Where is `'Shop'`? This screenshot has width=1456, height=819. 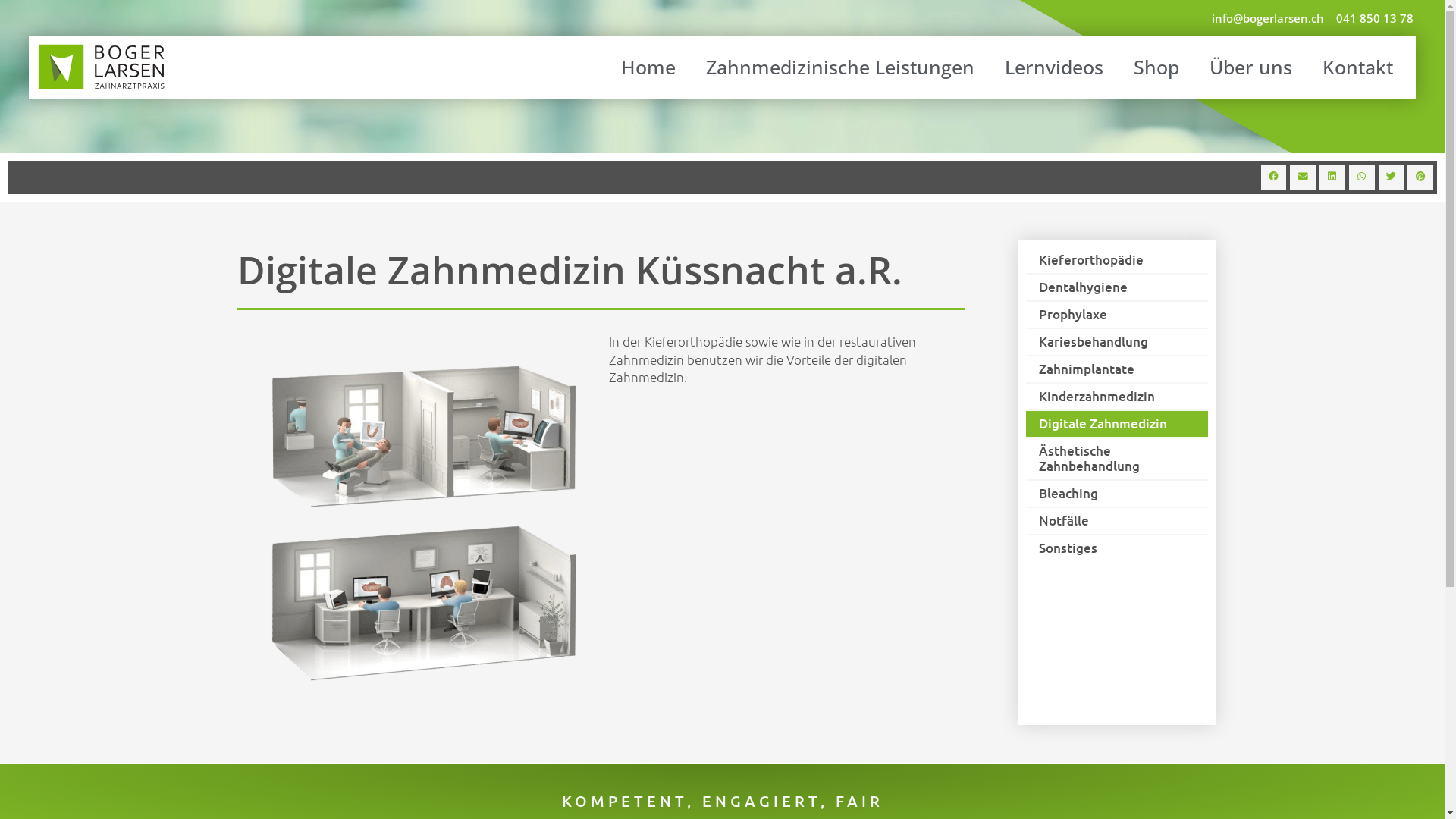
'Shop' is located at coordinates (1156, 66).